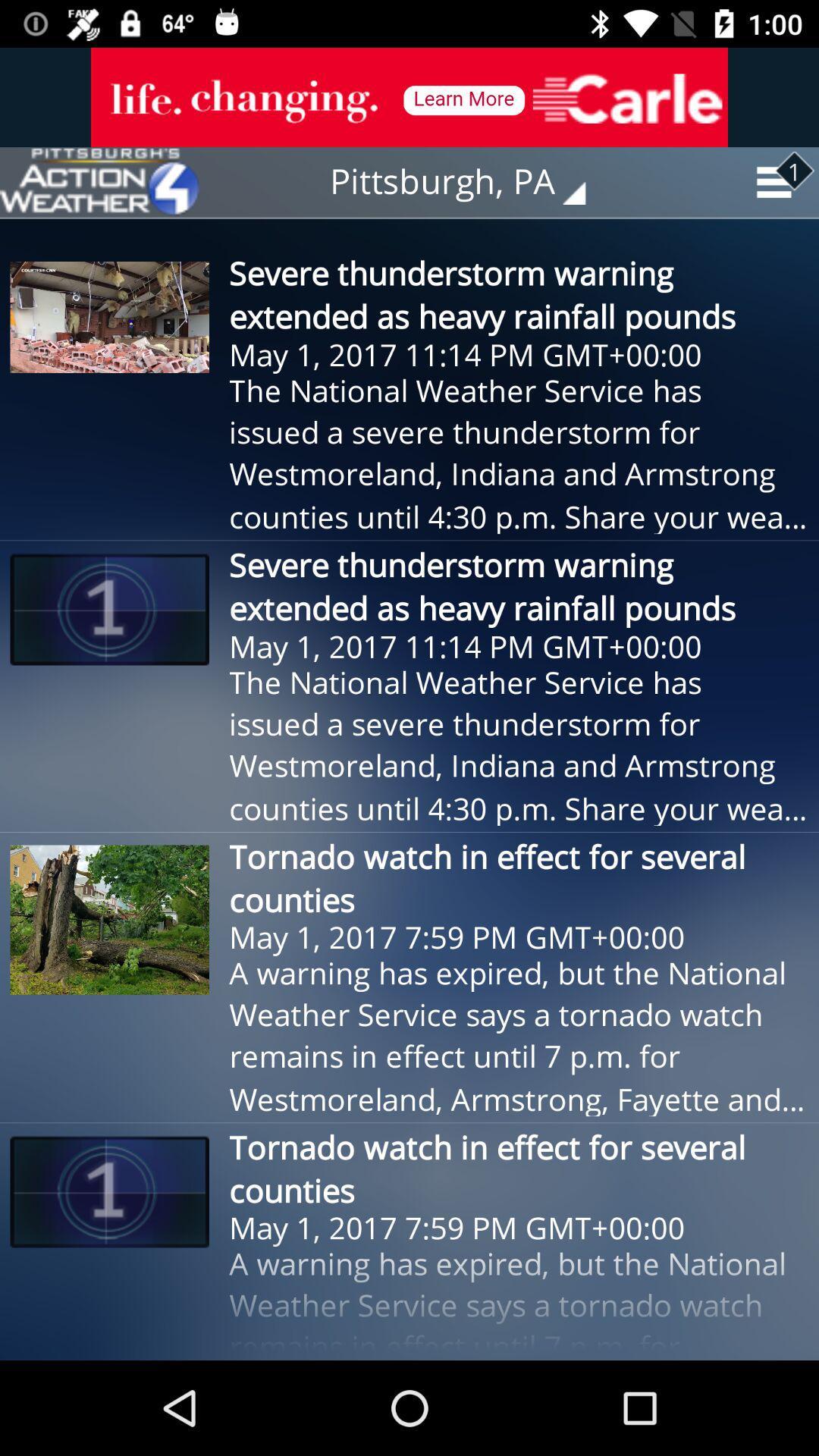 This screenshot has width=819, height=1456. I want to click on the pittsburgh, pa item, so click(468, 182).